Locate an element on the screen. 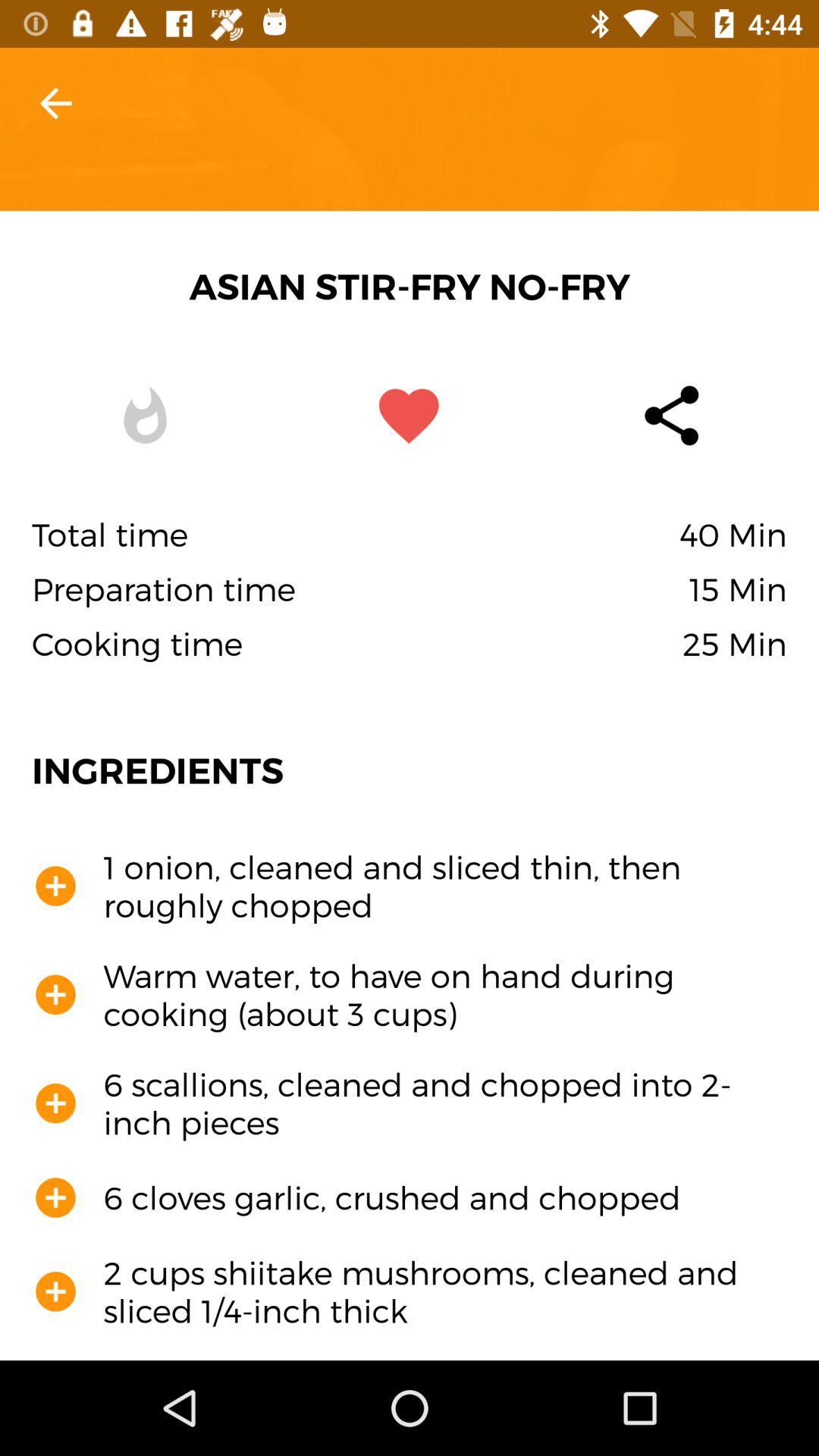  the third add icon is located at coordinates (55, 1103).